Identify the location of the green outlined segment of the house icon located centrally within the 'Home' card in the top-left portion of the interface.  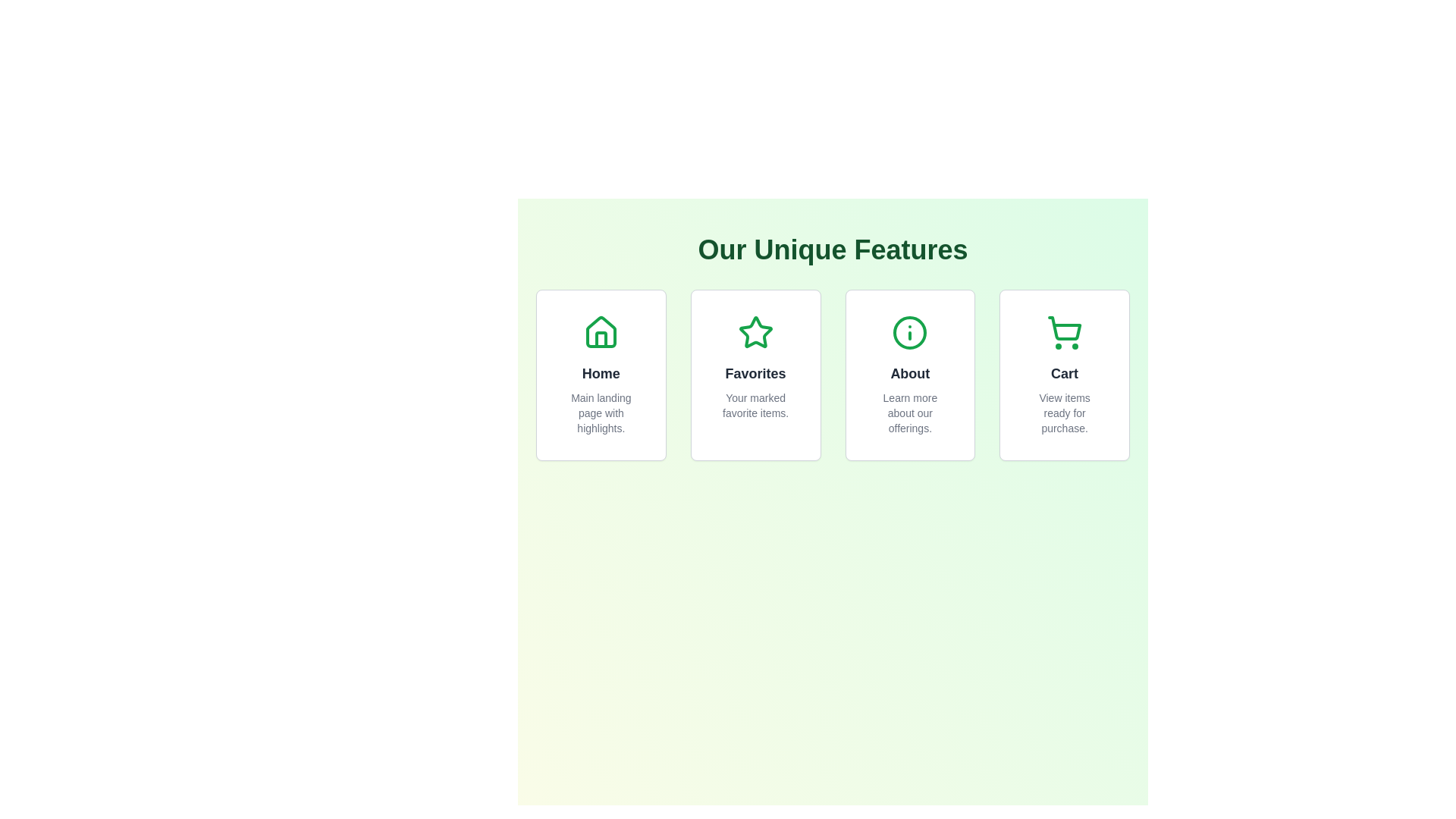
(600, 338).